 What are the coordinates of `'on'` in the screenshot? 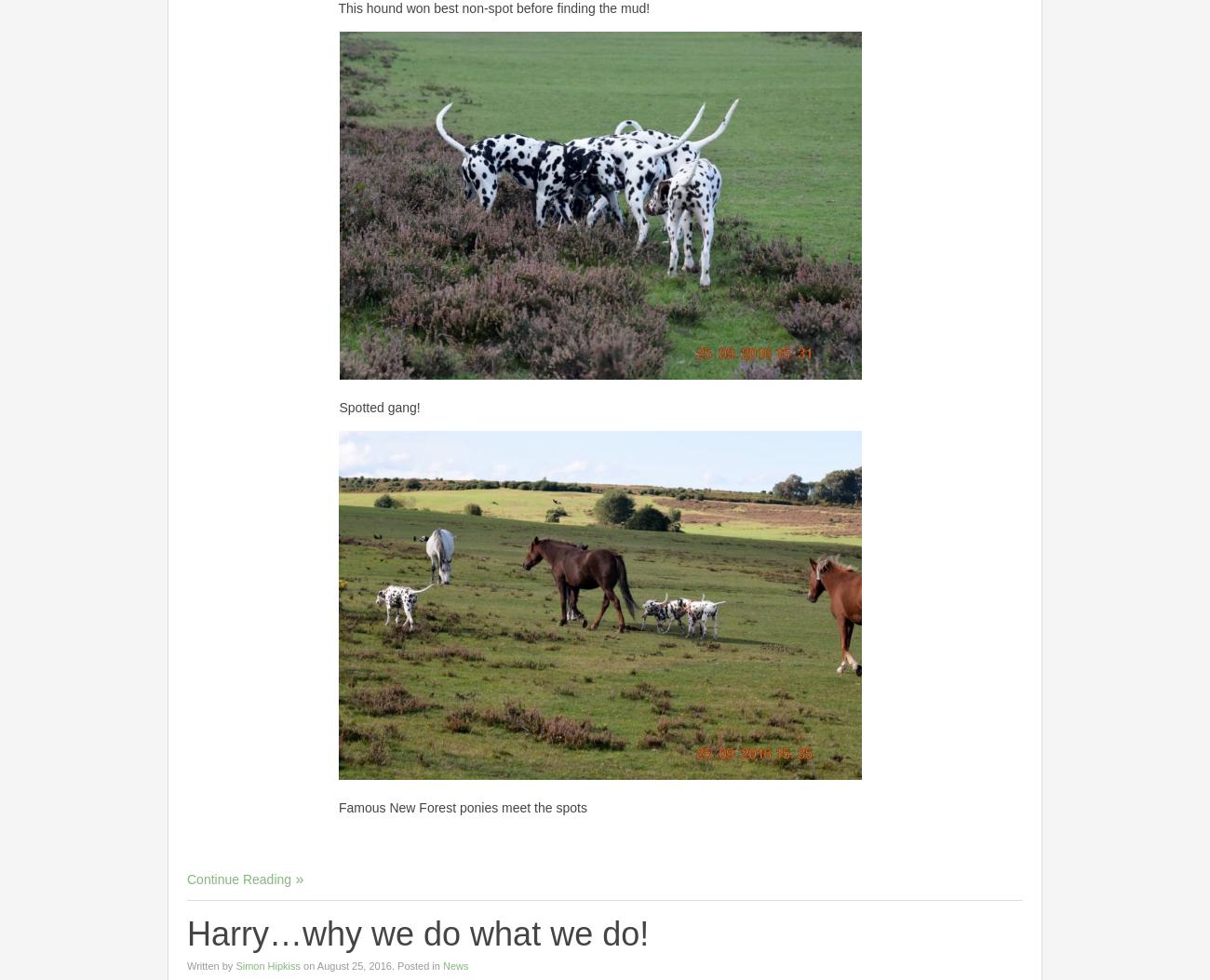 It's located at (301, 963).